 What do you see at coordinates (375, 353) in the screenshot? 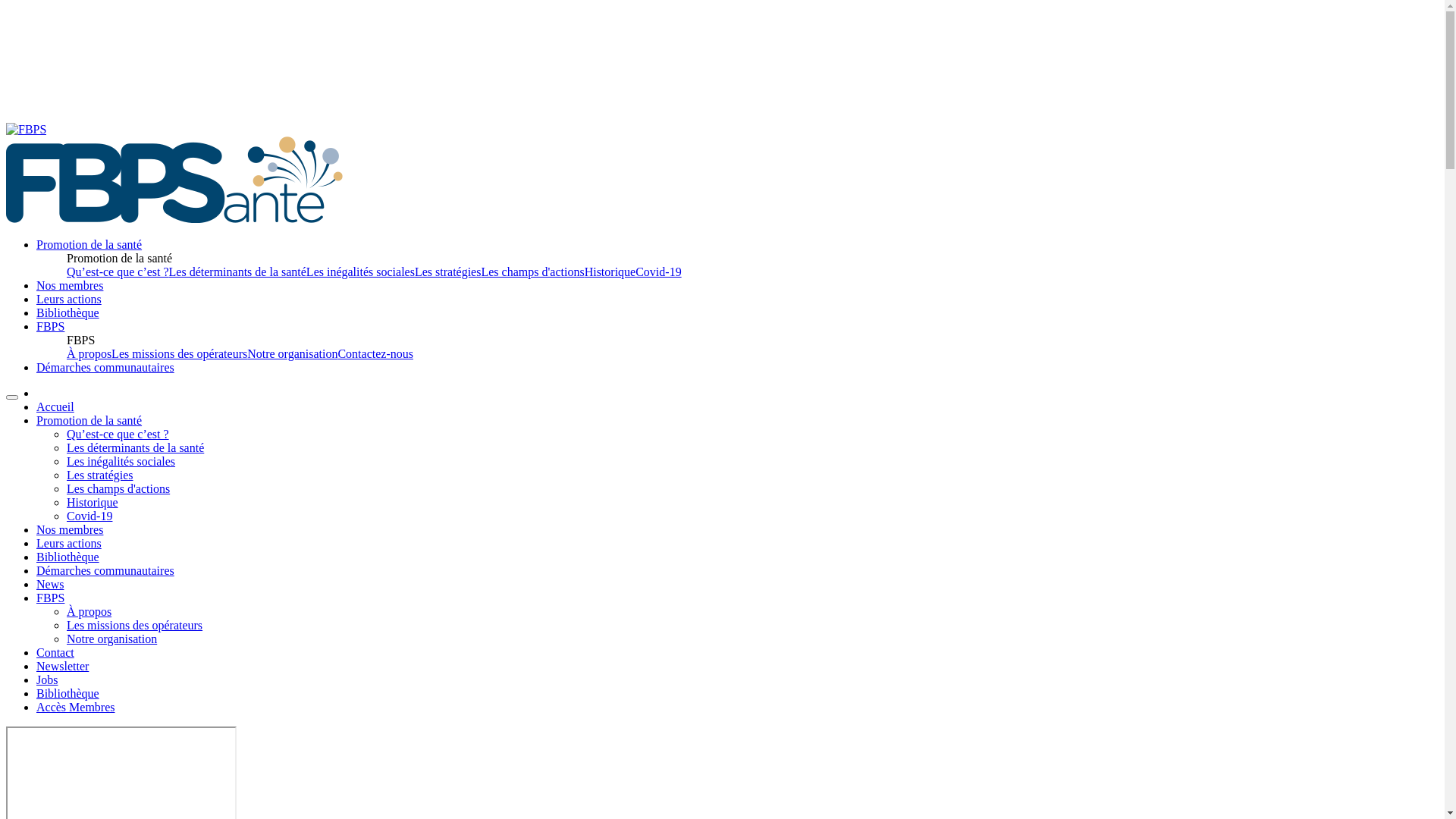
I see `'Contactez-nous'` at bounding box center [375, 353].